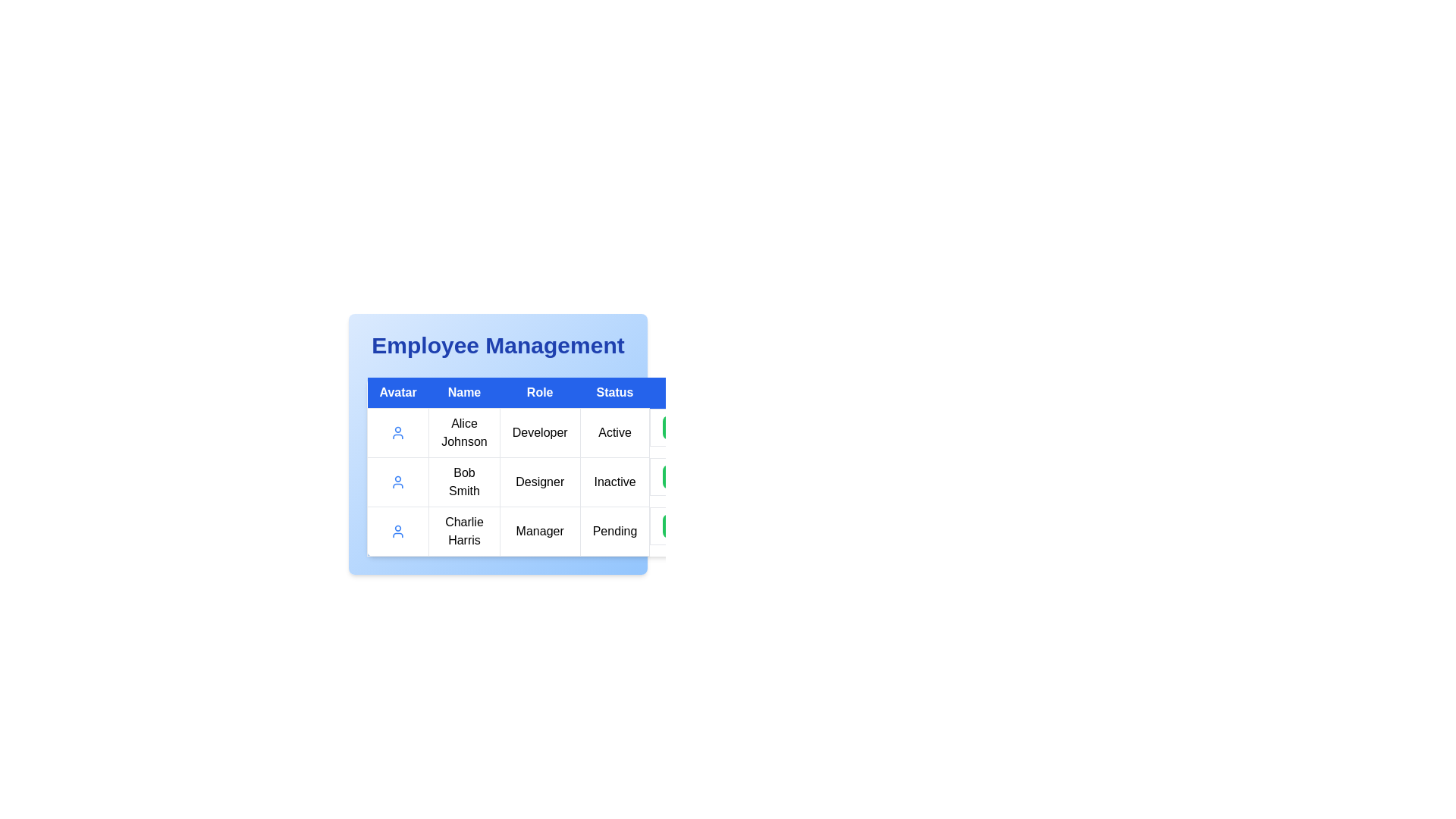 Image resolution: width=1456 pixels, height=819 pixels. Describe the element at coordinates (615, 531) in the screenshot. I see `the 'Pending' status text label for the 'Charlie Harris' entry in the 'Status' column of the third row` at that location.